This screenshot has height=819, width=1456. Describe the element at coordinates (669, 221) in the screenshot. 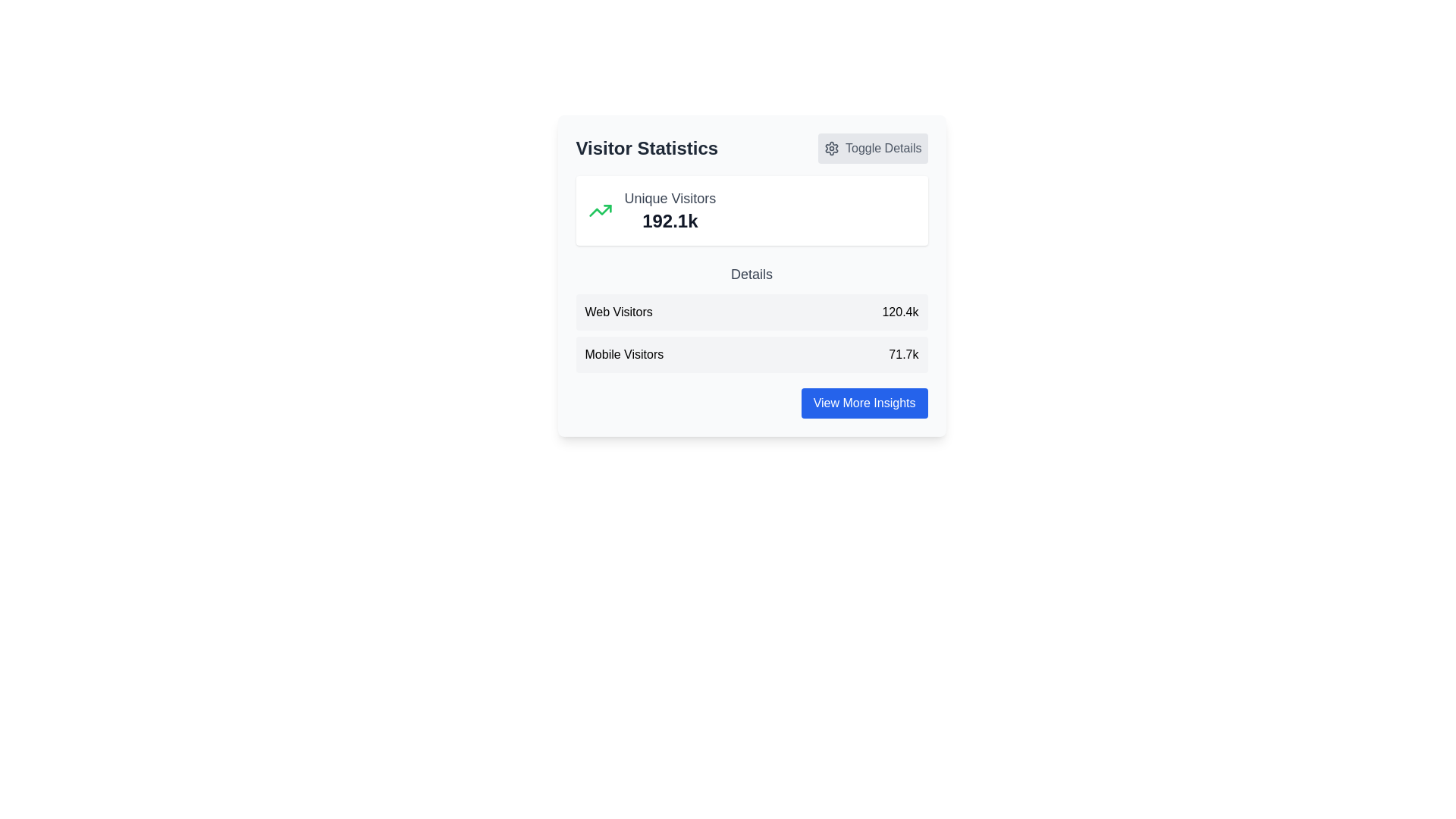

I see `displayed value of the text label showing '192.1k', which is styled with a large, bold font and dark gray color, located beneath 'Unique Visitors' in the 'Visitor Statistics' panel` at that location.